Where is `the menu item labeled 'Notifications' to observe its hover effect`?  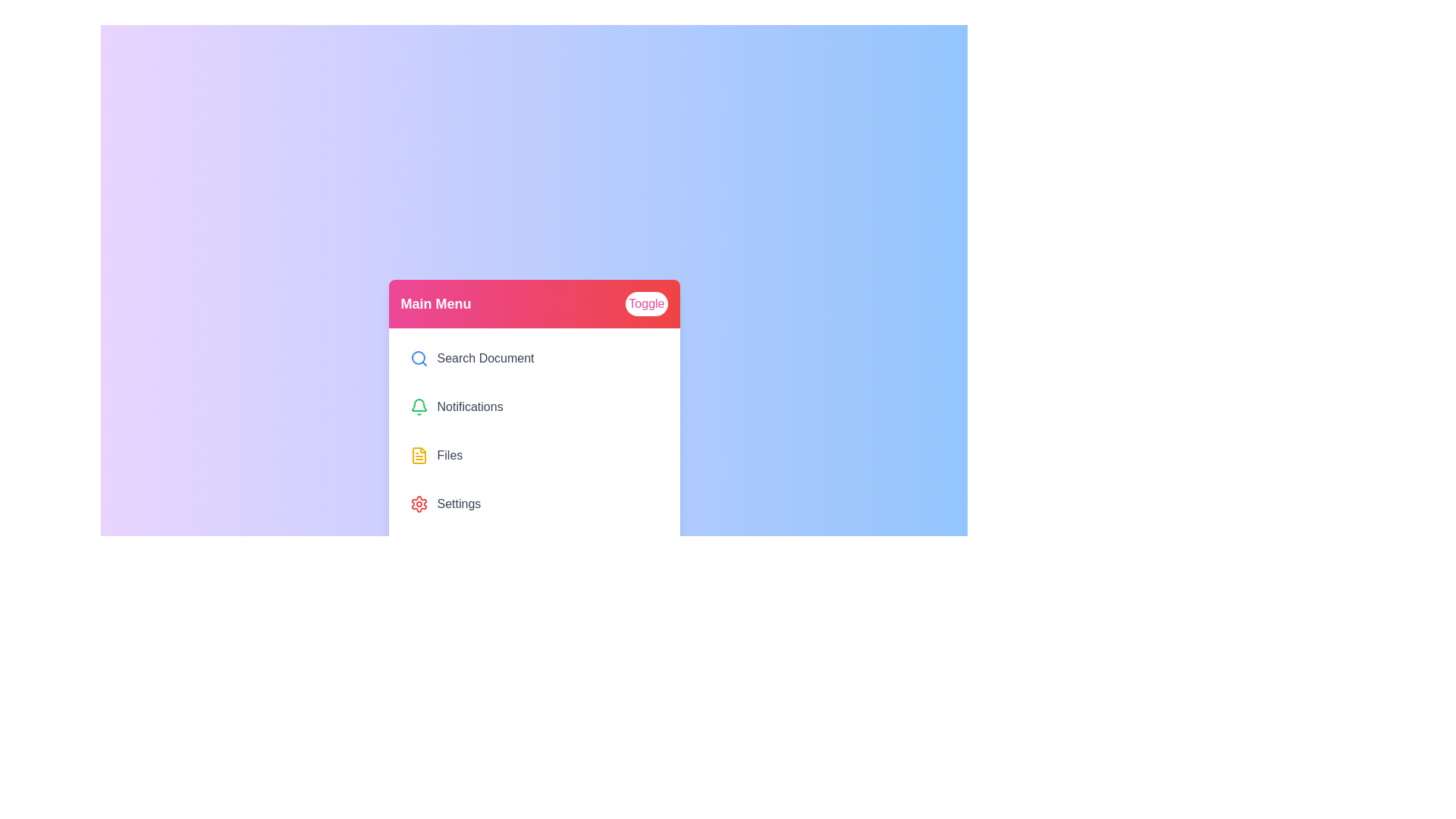
the menu item labeled 'Notifications' to observe its hover effect is located at coordinates (534, 406).